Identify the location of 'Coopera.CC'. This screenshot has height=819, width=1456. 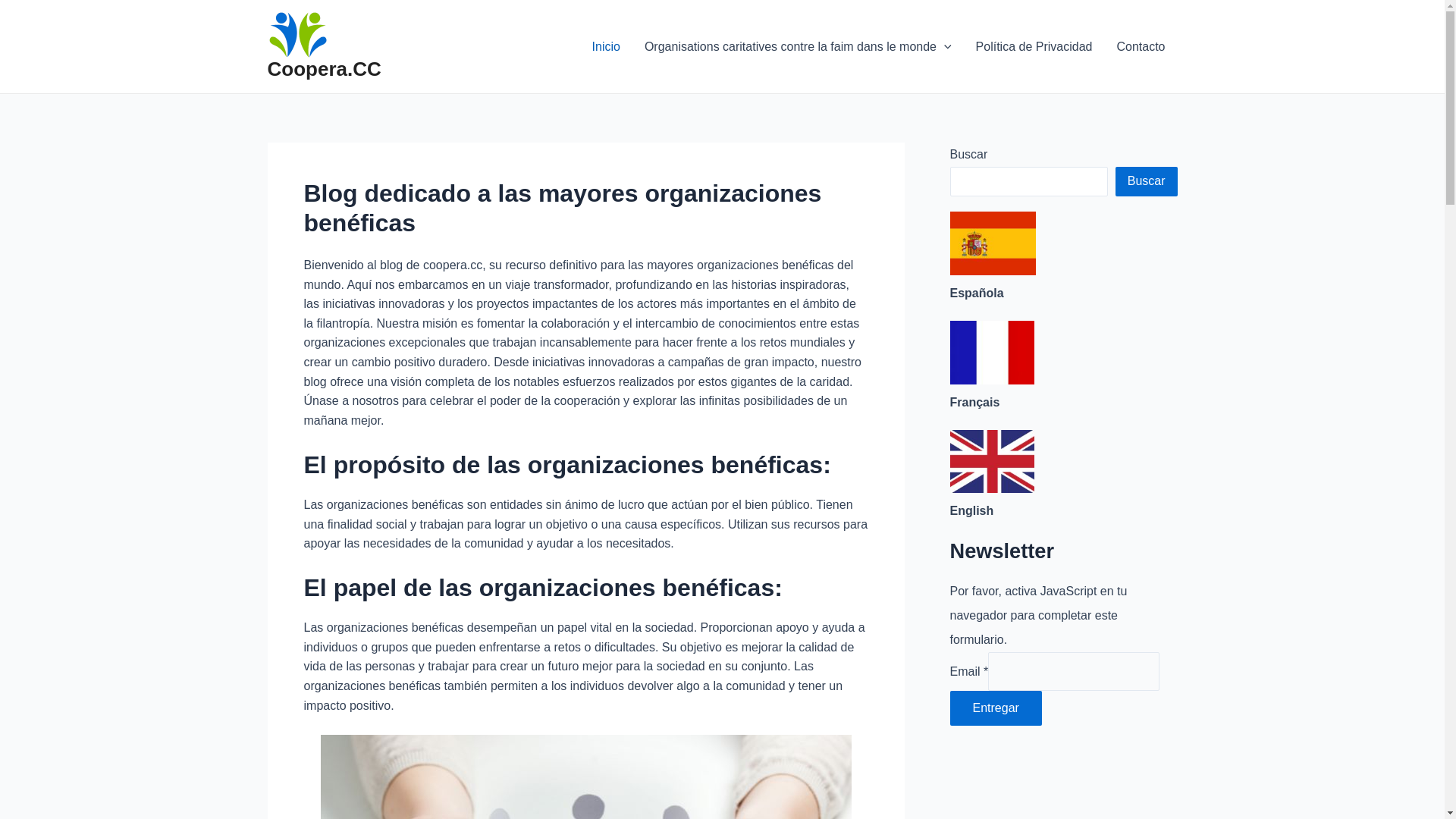
(323, 69).